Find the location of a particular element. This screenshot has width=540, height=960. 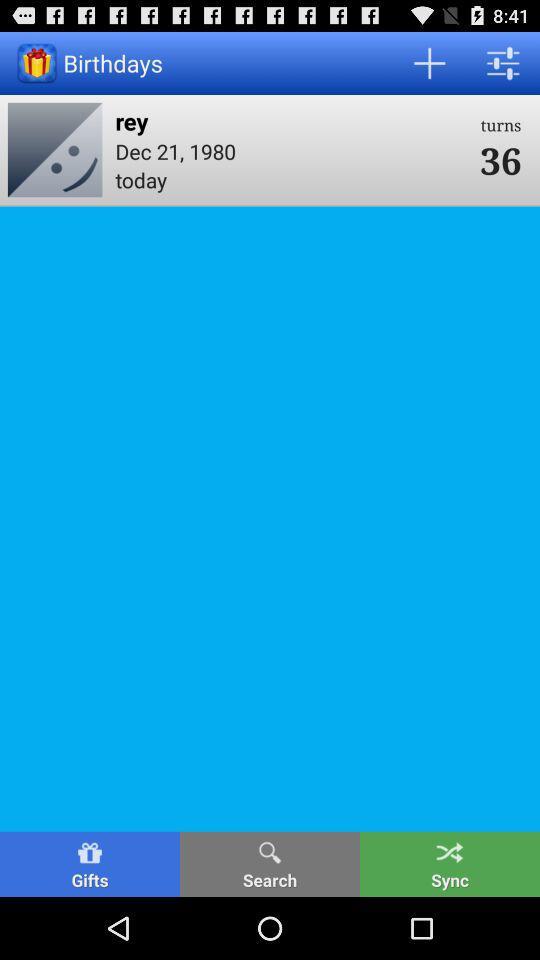

item above the sync item is located at coordinates (500, 158).